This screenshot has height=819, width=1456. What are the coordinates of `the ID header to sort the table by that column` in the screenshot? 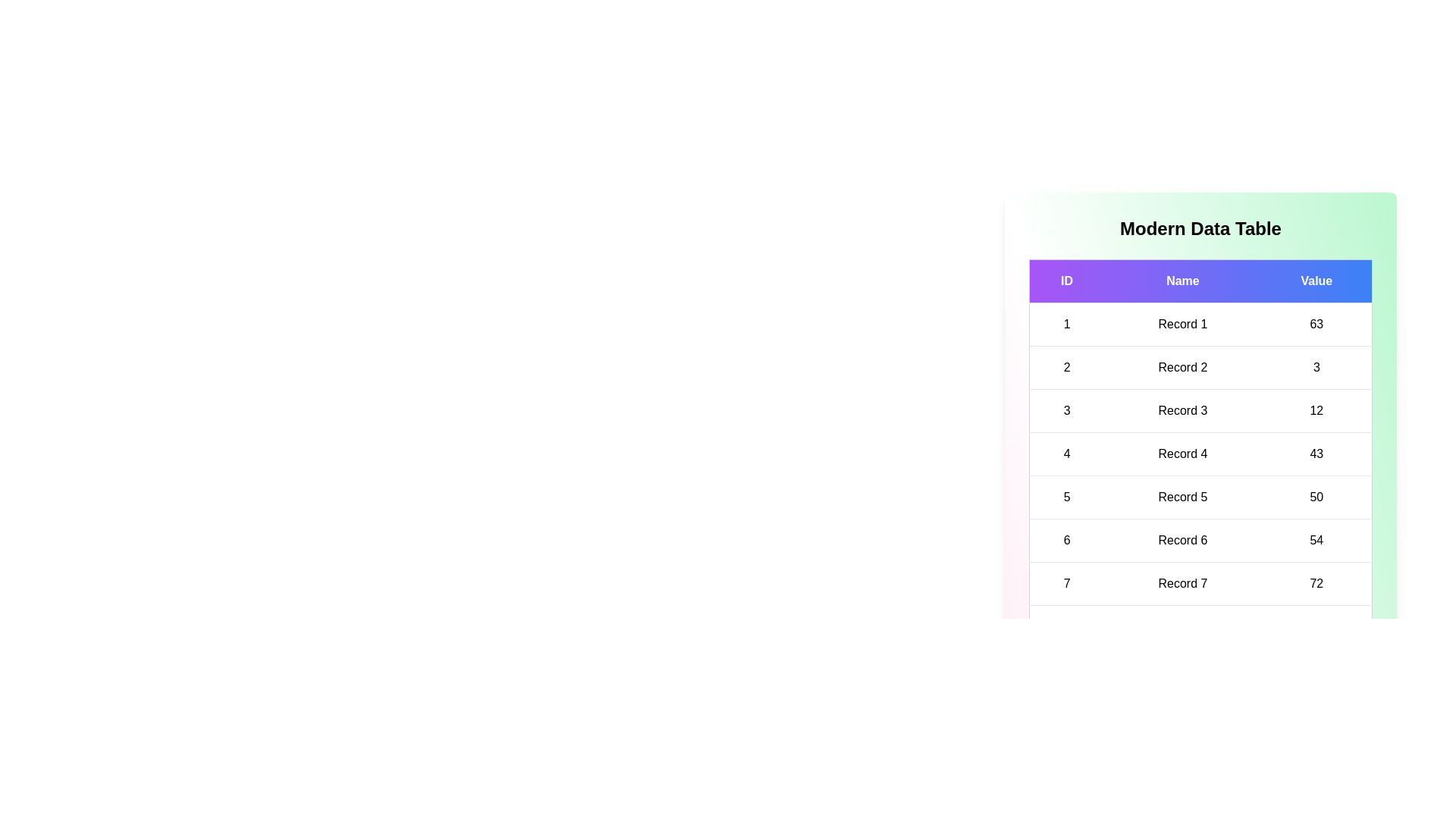 It's located at (1065, 281).